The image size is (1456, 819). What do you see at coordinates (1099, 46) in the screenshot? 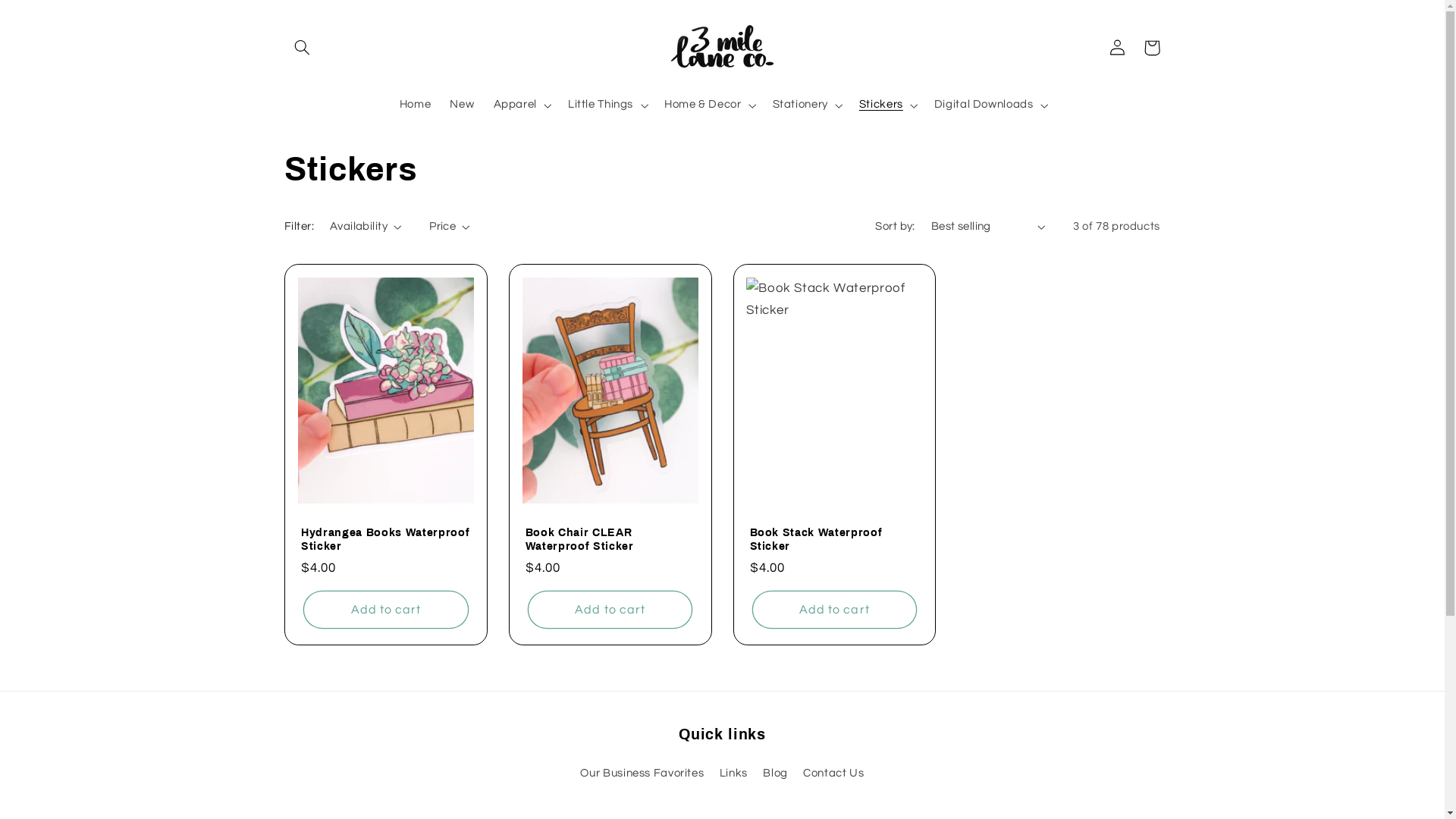
I see `'Log in'` at bounding box center [1099, 46].